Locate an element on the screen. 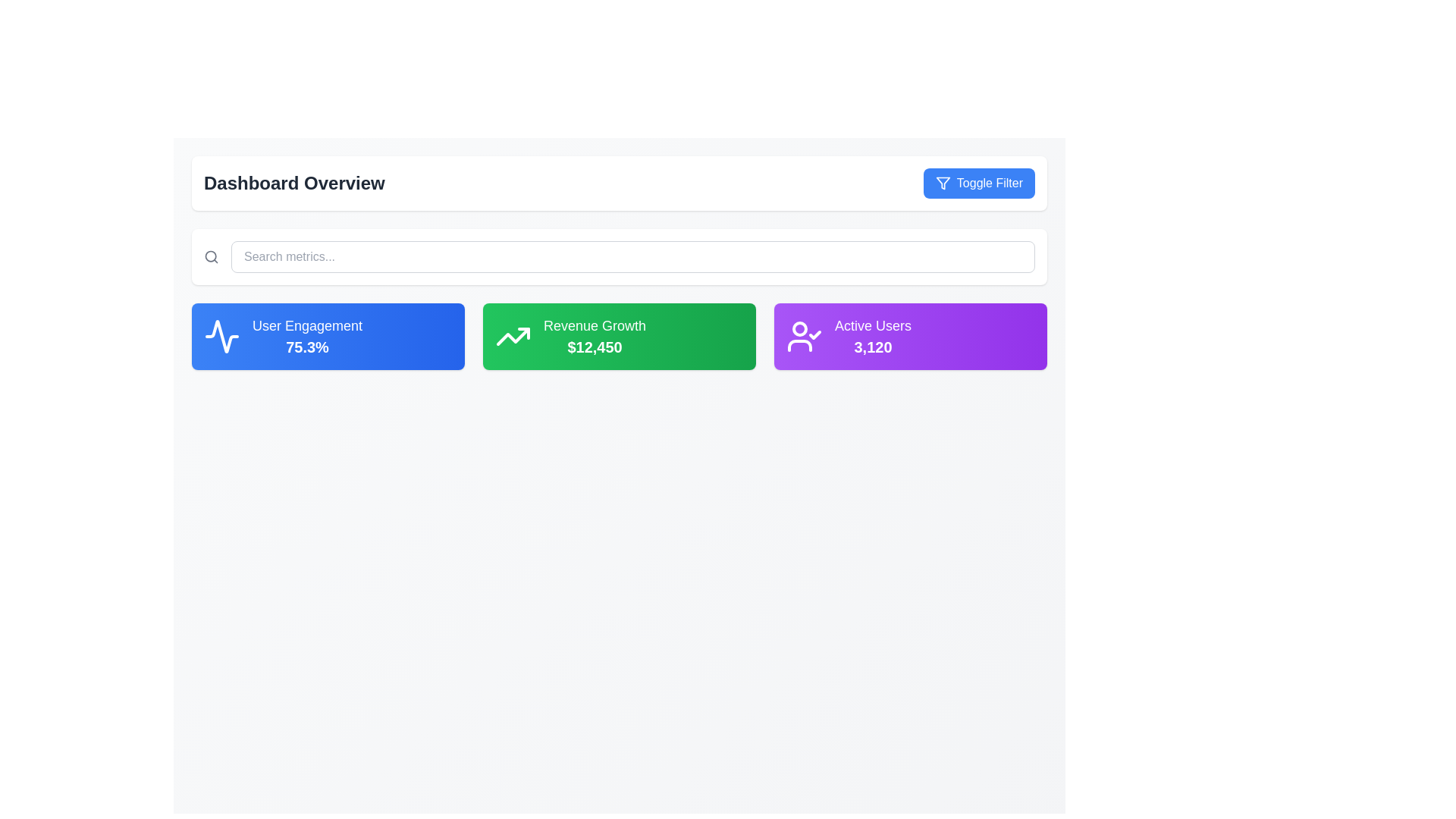  the triangular graphic element that represents growth, located in the top-right section of the 'Revenue Growth' green tile is located at coordinates (524, 332).